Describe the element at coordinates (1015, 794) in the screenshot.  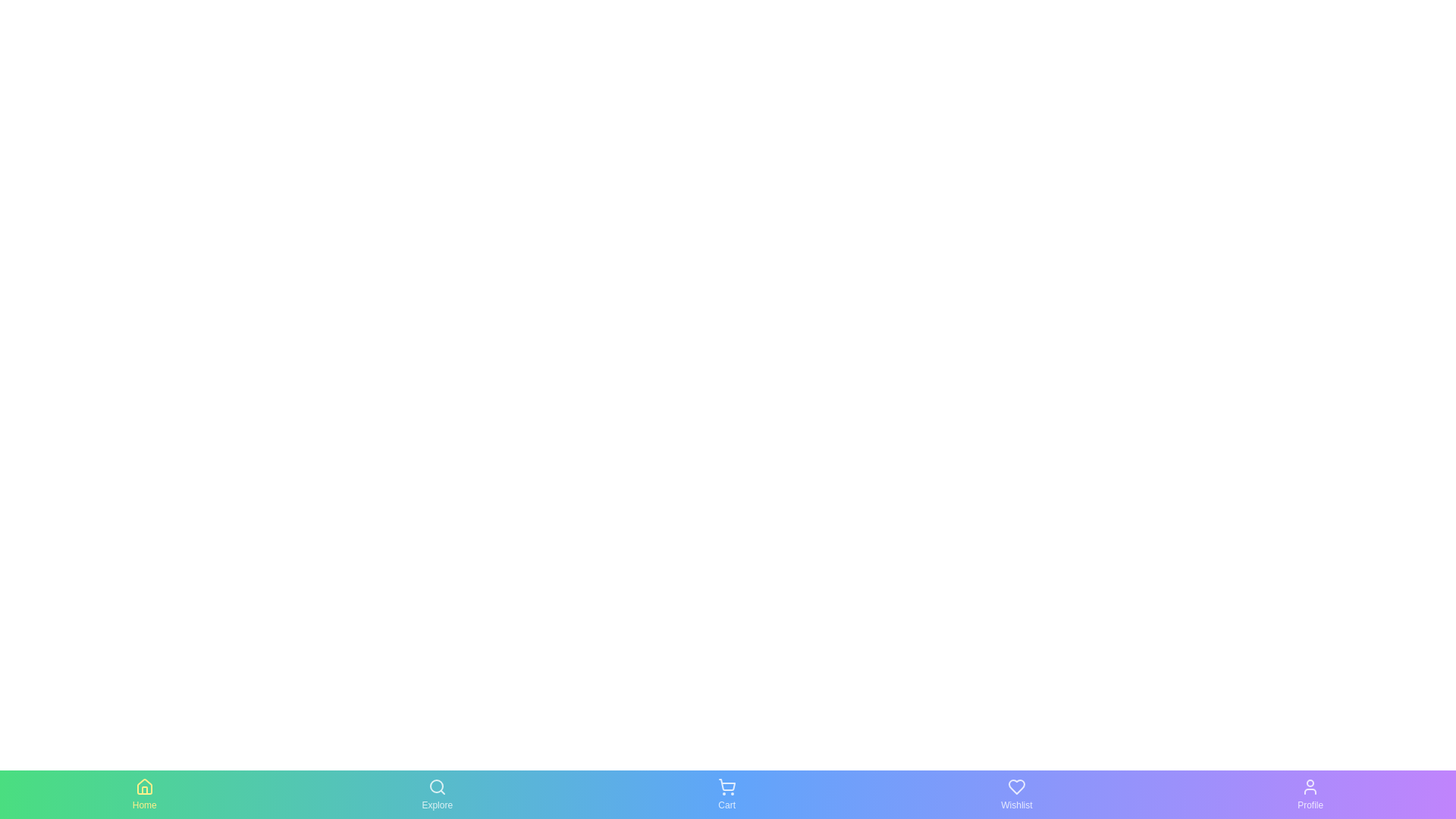
I see `the Wishlist navigation icon to trigger navigation` at that location.